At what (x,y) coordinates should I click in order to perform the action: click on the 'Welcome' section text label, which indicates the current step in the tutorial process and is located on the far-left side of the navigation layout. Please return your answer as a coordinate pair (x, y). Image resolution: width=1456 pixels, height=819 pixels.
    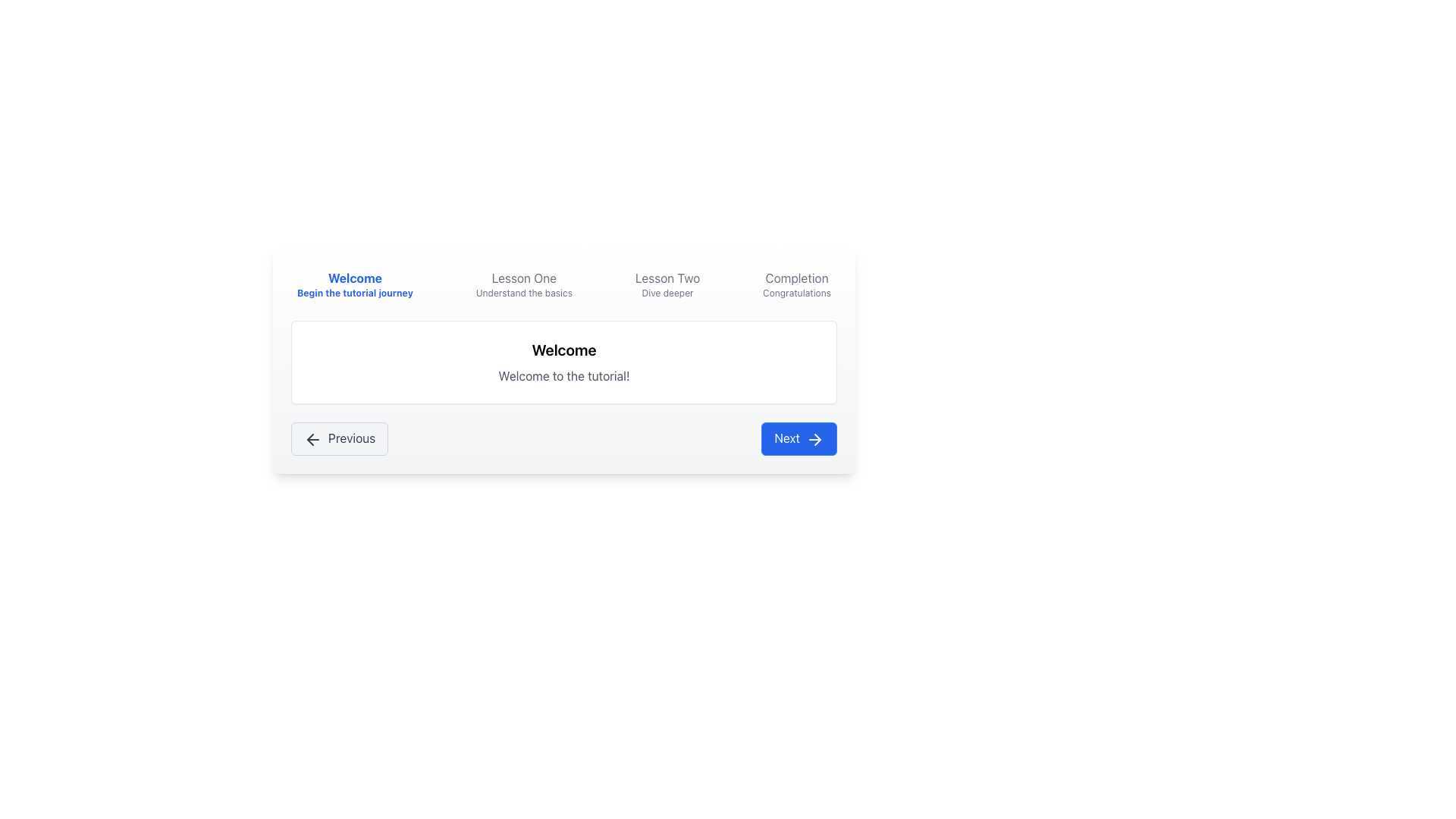
    Looking at the image, I should click on (354, 284).